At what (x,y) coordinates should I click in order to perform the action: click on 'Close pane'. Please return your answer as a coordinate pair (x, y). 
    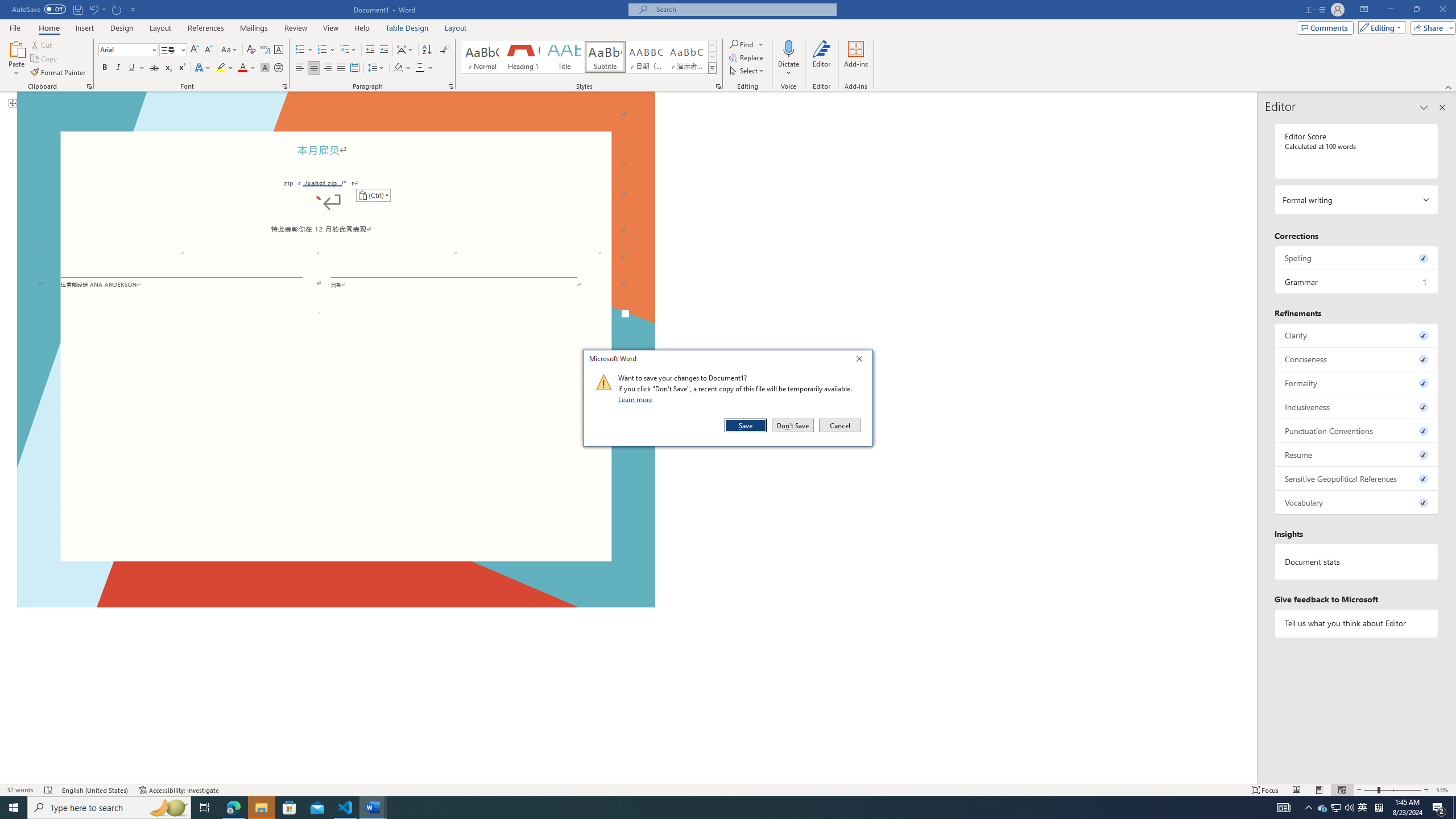
    Looking at the image, I should click on (1442, 107).